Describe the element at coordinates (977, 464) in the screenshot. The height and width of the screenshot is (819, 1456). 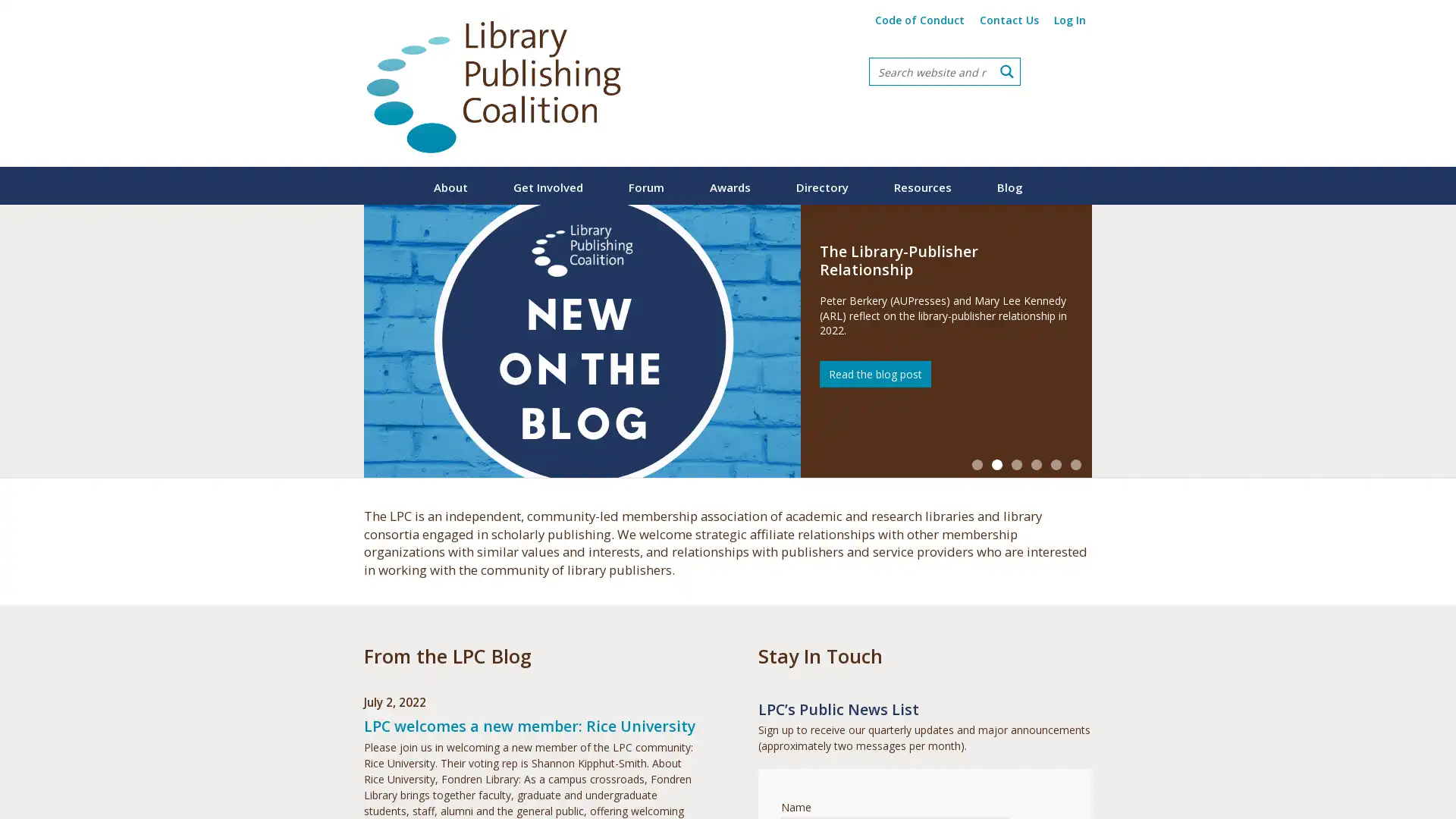
I see `Go to slide 1` at that location.